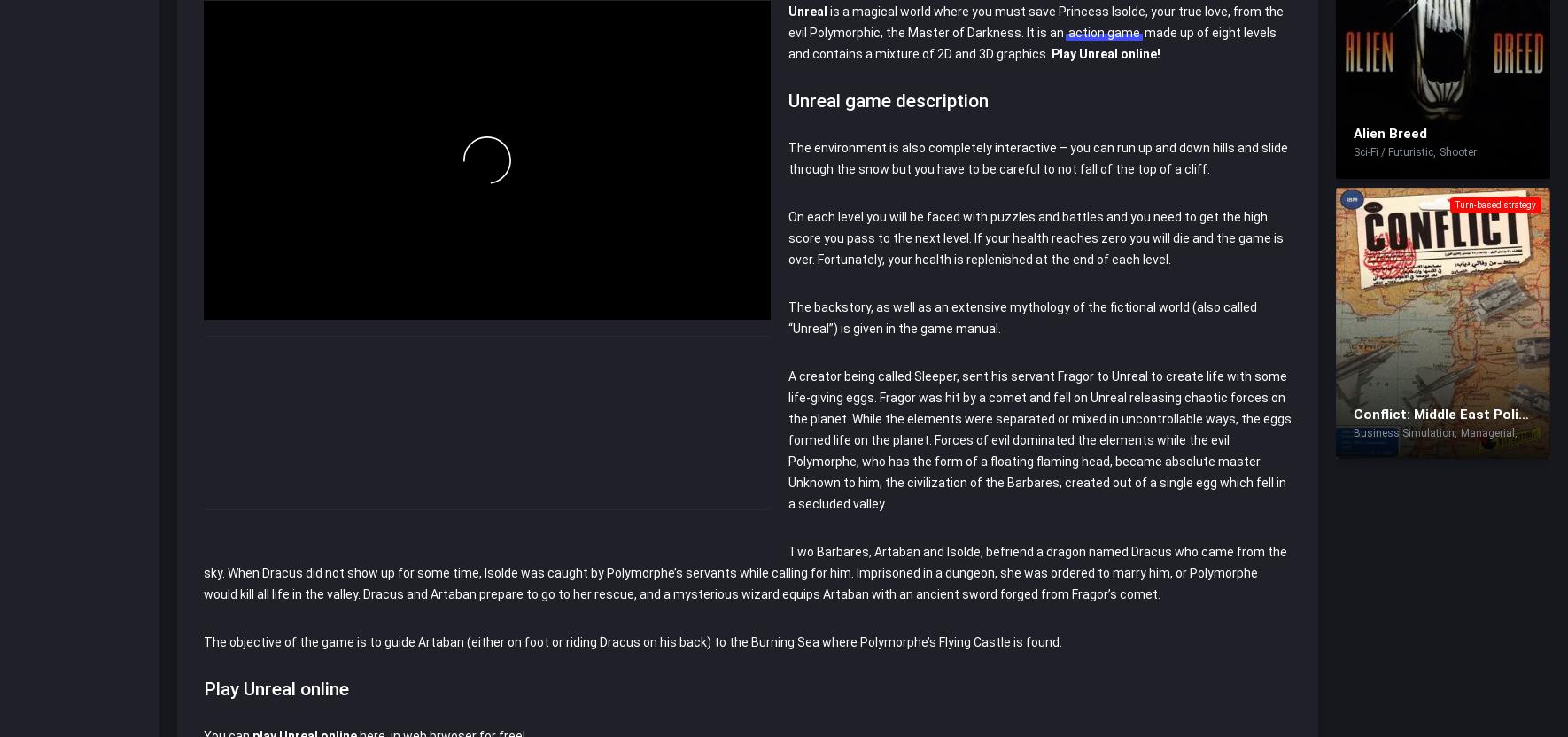 The height and width of the screenshot is (737, 1568). I want to click on '56.2M', so click(266, 51).